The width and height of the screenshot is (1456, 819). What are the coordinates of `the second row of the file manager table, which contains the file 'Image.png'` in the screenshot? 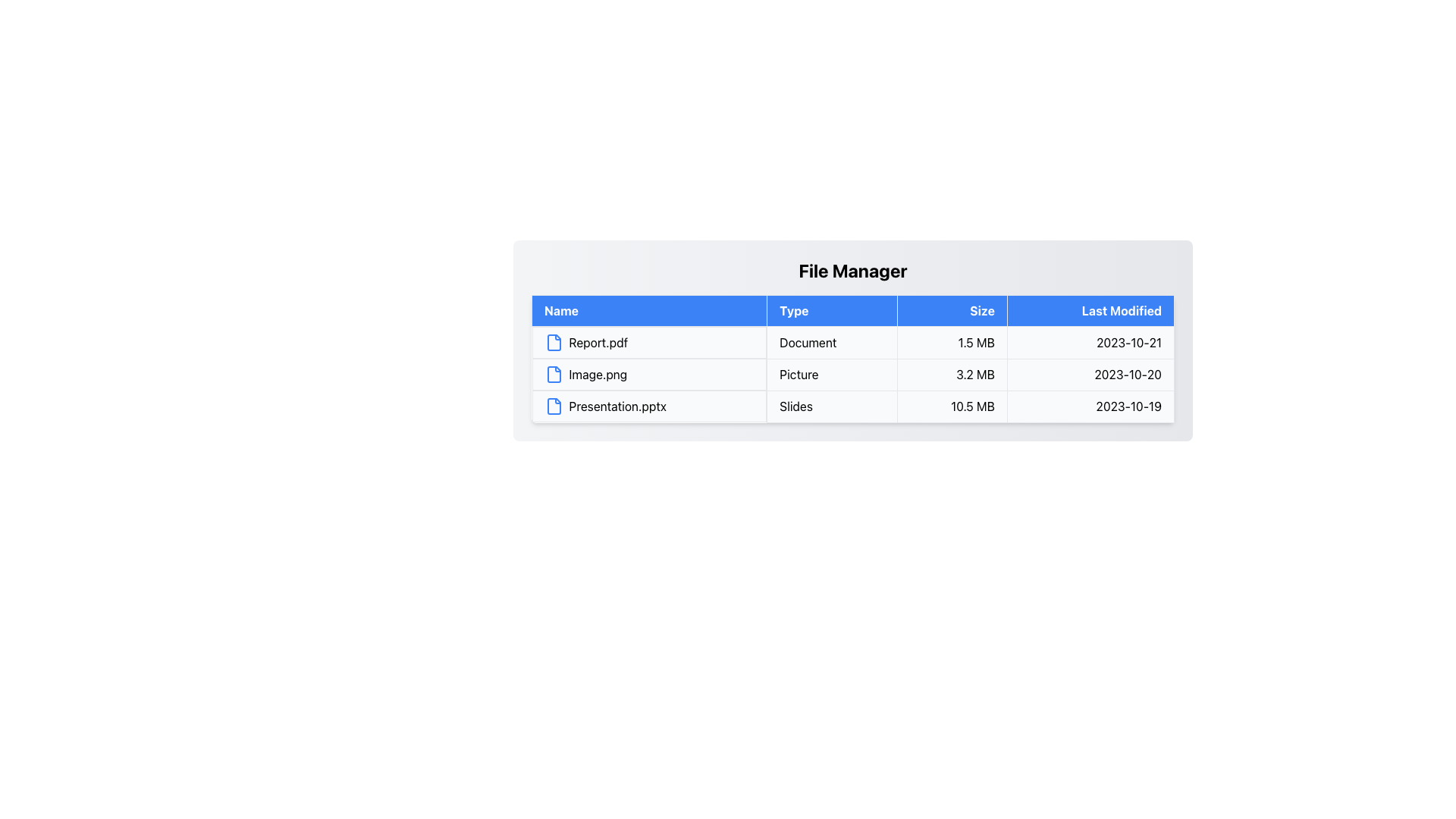 It's located at (852, 374).